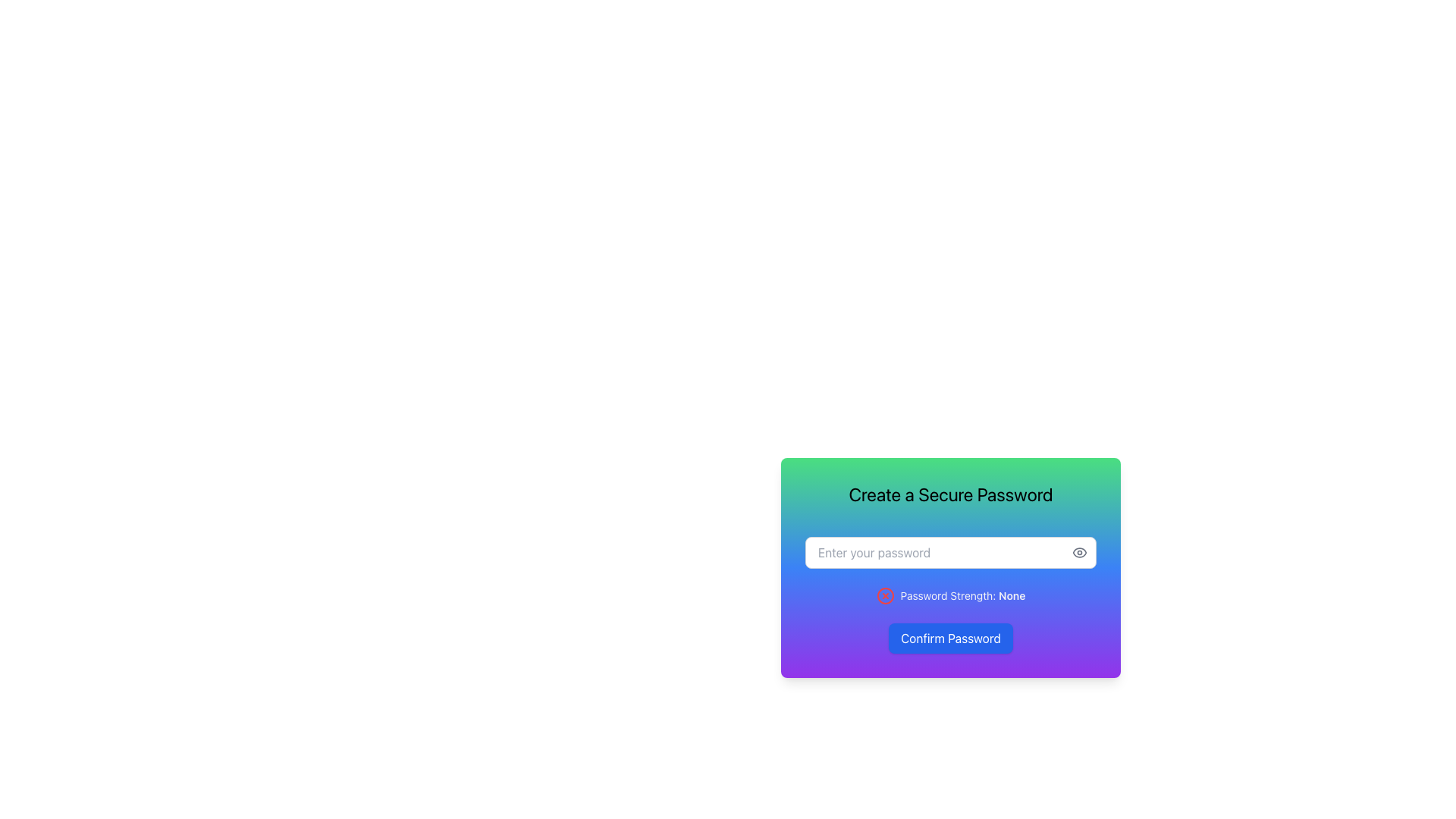  What do you see at coordinates (993, 626) in the screenshot?
I see `the blue 'Confirm Password' button located at the bottom center of the dialog box` at bounding box center [993, 626].